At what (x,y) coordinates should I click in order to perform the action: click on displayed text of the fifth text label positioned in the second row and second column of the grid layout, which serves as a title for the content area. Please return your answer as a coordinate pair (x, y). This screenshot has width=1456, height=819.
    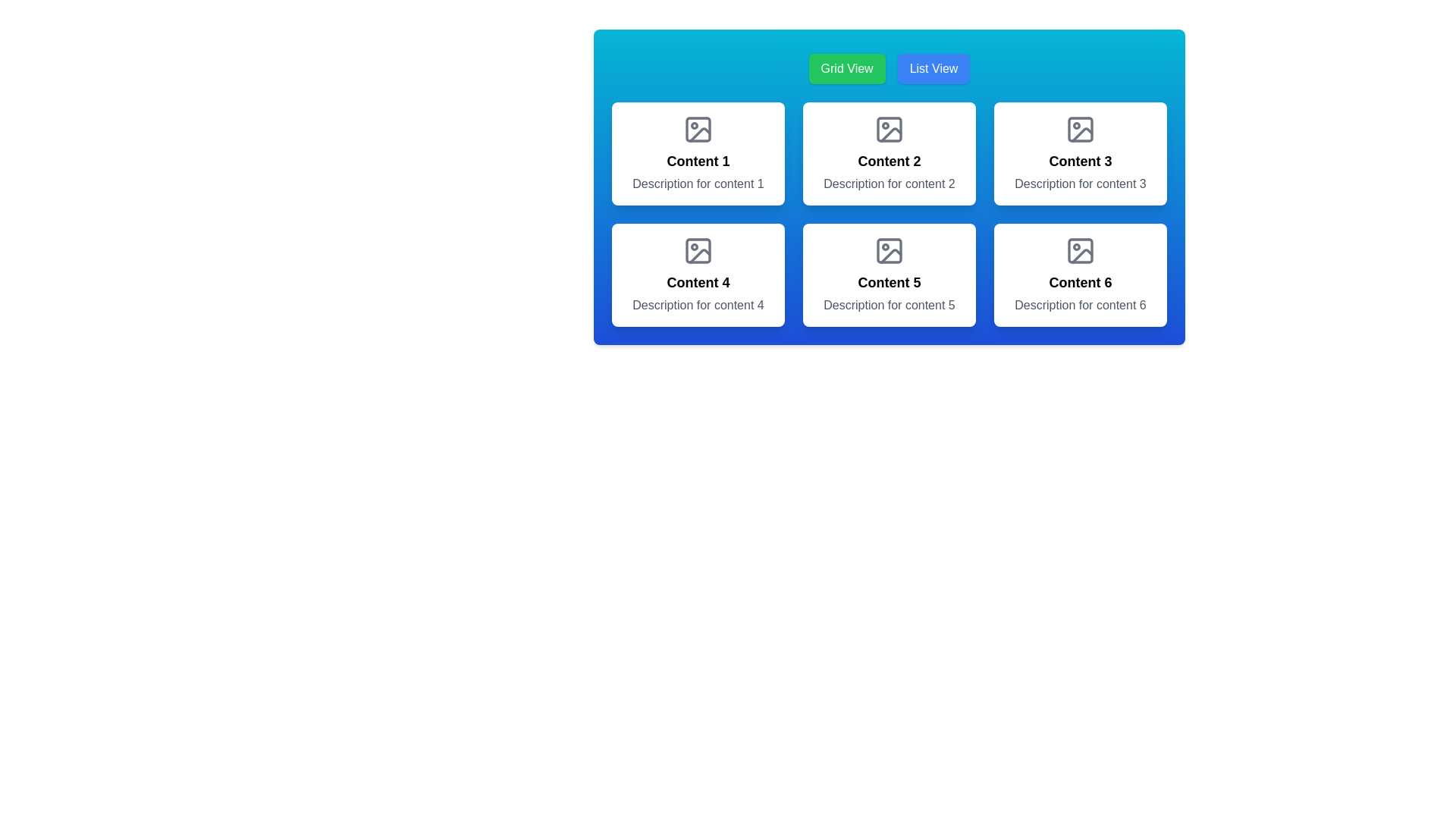
    Looking at the image, I should click on (889, 283).